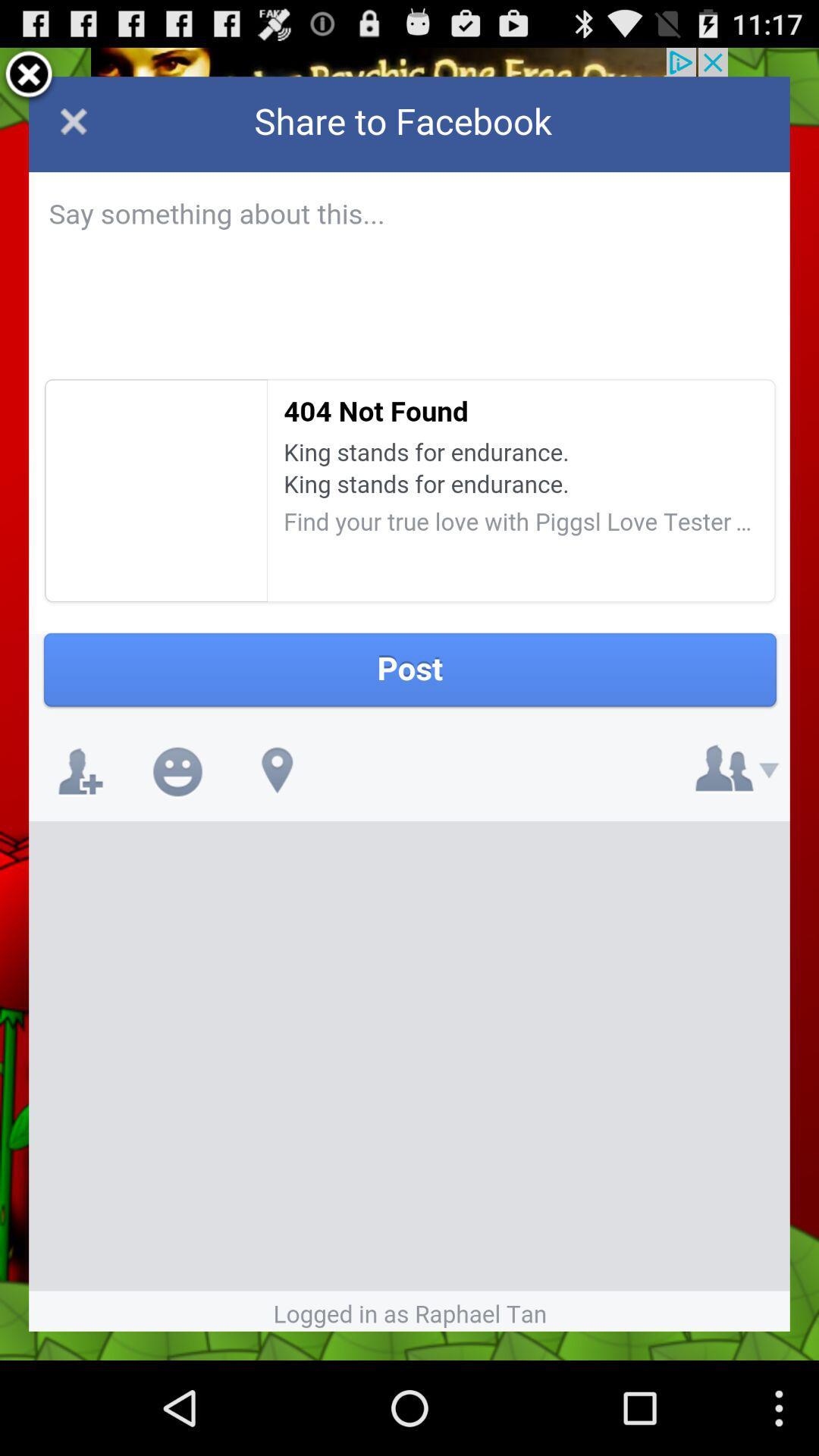  What do you see at coordinates (29, 81) in the screenshot?
I see `the close icon` at bounding box center [29, 81].